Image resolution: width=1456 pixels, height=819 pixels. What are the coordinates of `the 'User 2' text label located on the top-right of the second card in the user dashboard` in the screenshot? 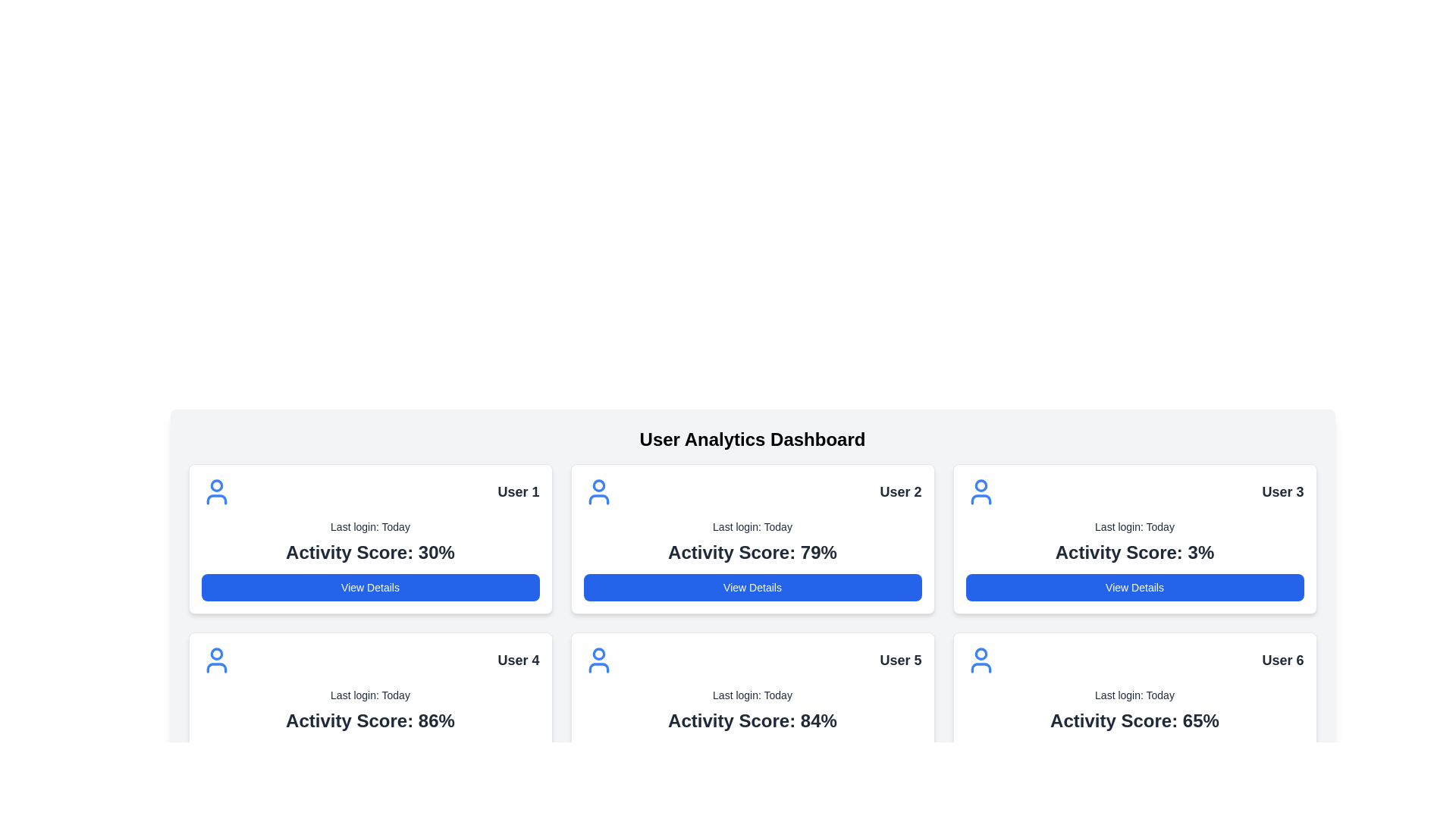 It's located at (900, 491).